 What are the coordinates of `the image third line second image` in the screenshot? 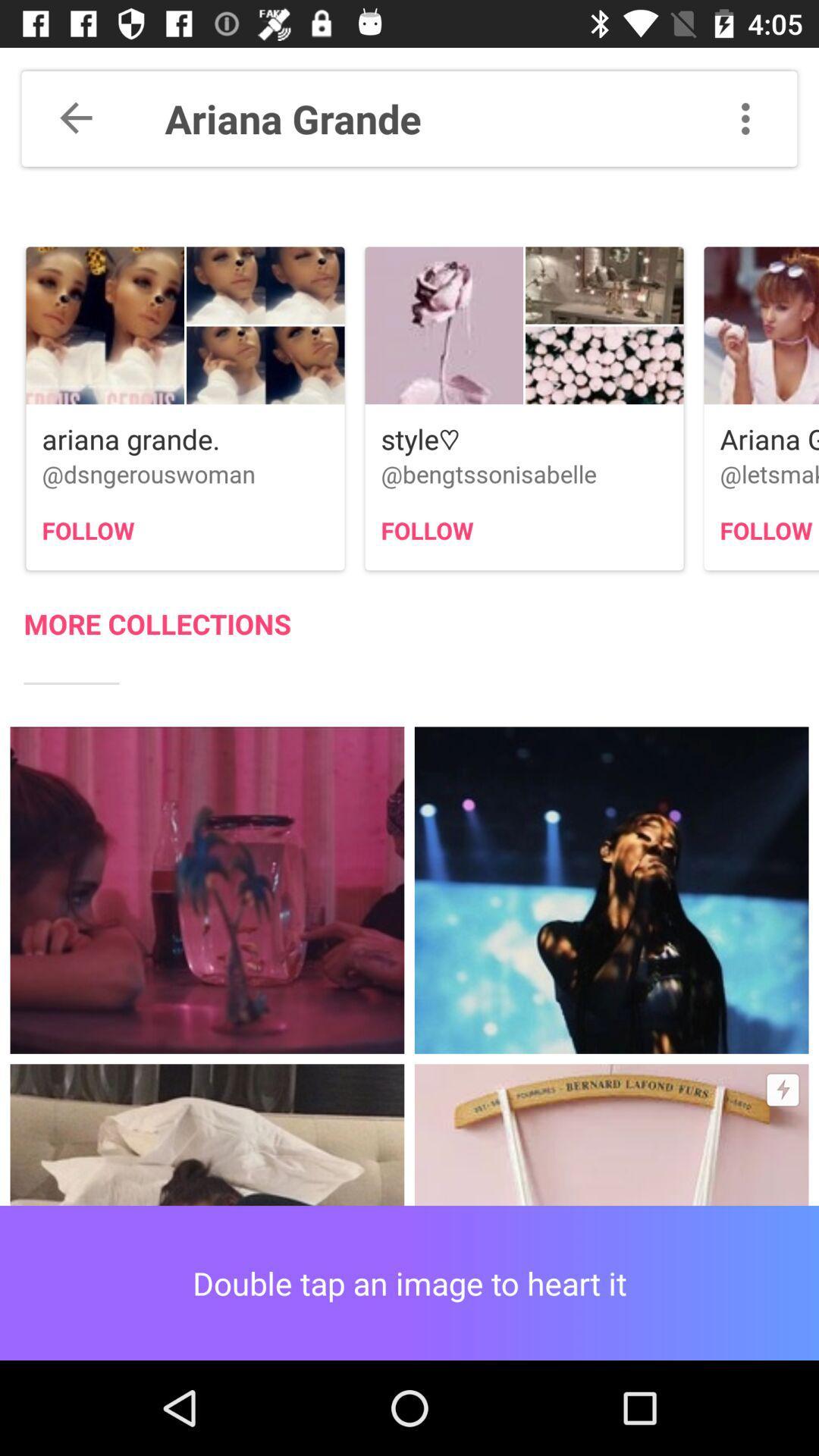 It's located at (610, 890).